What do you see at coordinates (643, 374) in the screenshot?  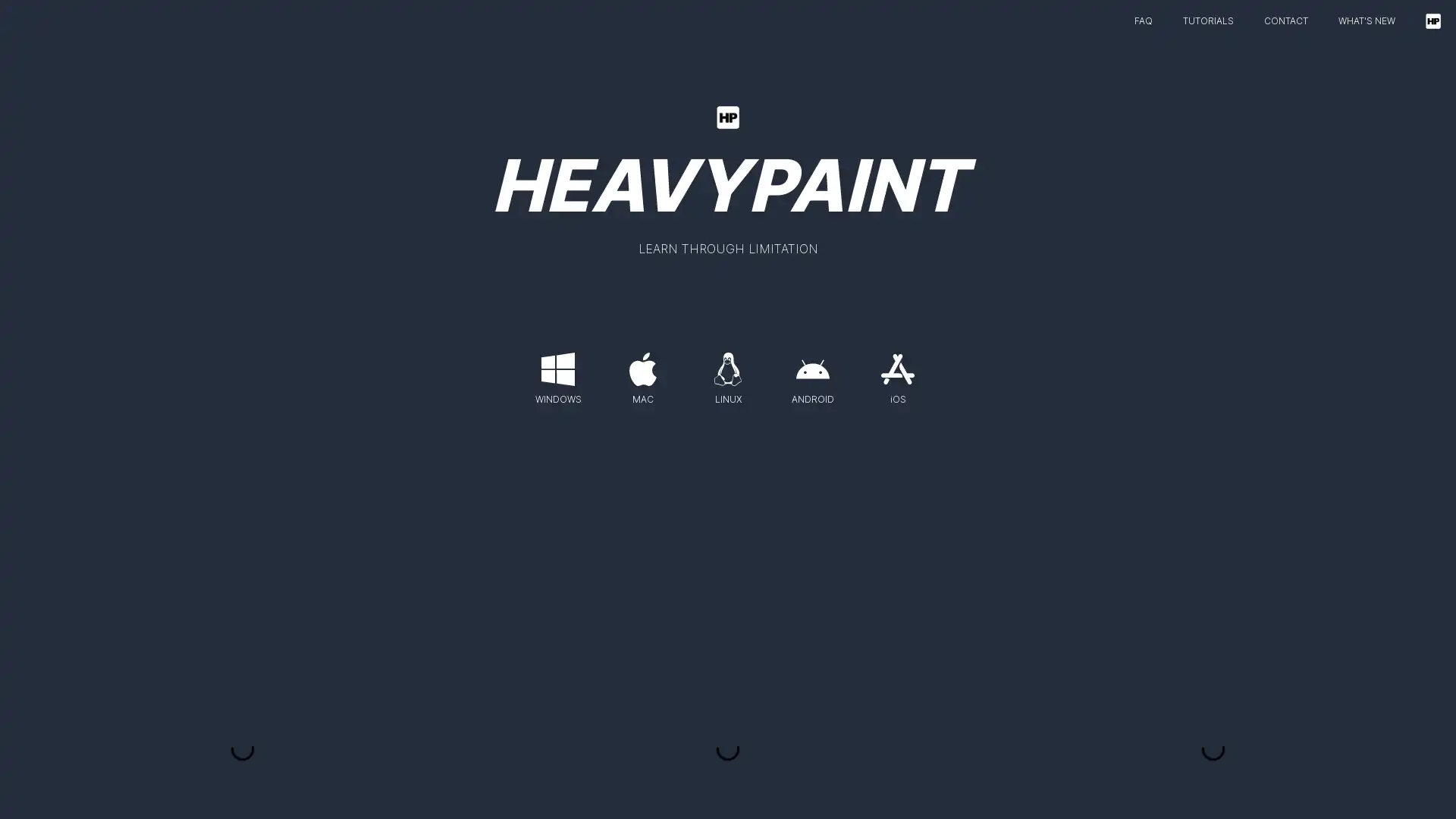 I see `MAC` at bounding box center [643, 374].